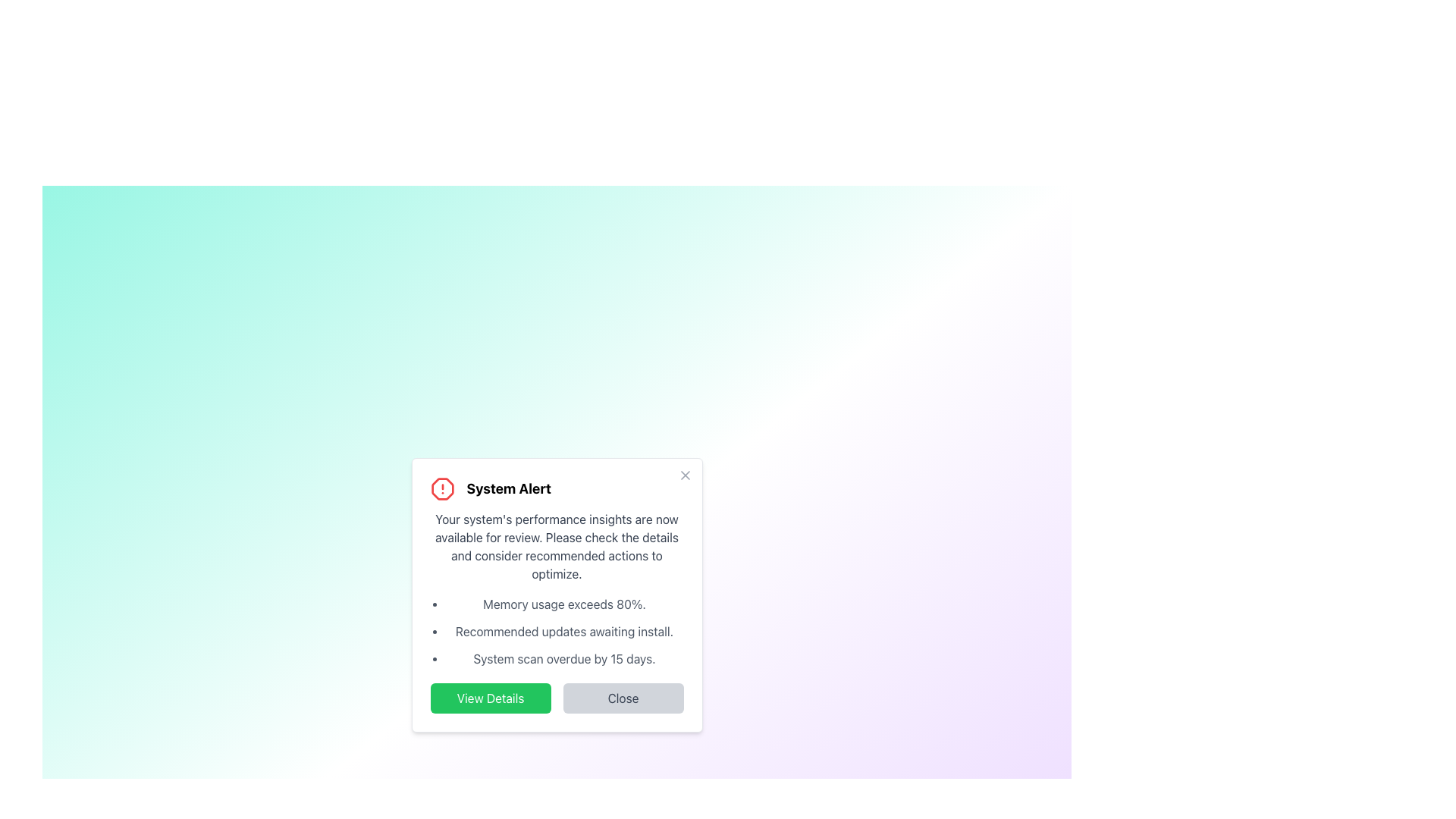  Describe the element at coordinates (563, 657) in the screenshot. I see `the text element that informs users about an overdue system scan, located in the 'System Alert' box, just above the 'View Details' and 'Close' buttons` at that location.